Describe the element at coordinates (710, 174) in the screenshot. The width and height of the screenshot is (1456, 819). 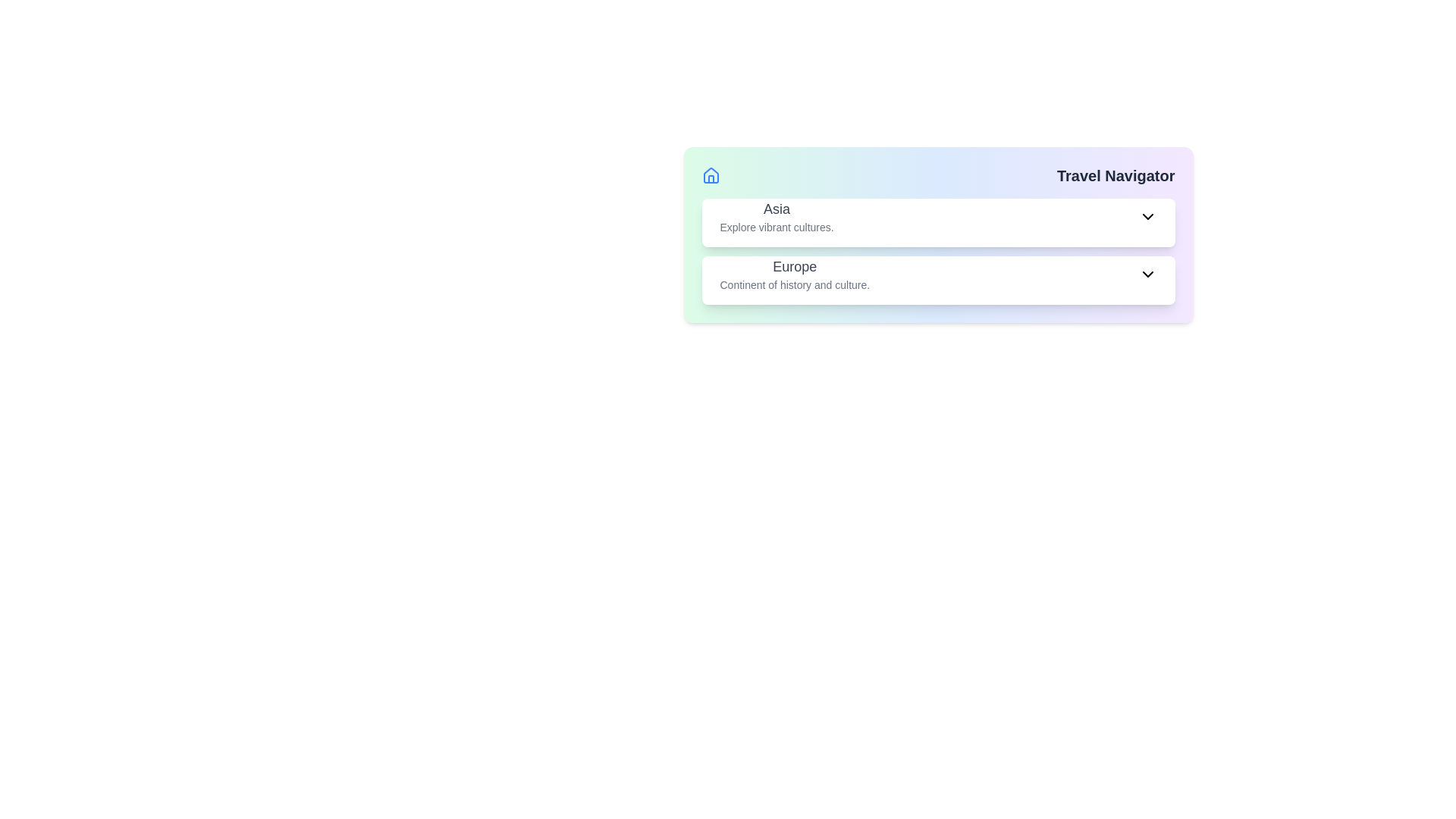
I see `the decorative icon located in the top left corner of the 'Travel Navigator' card, which serves as an indicator for the card's category or purpose` at that location.